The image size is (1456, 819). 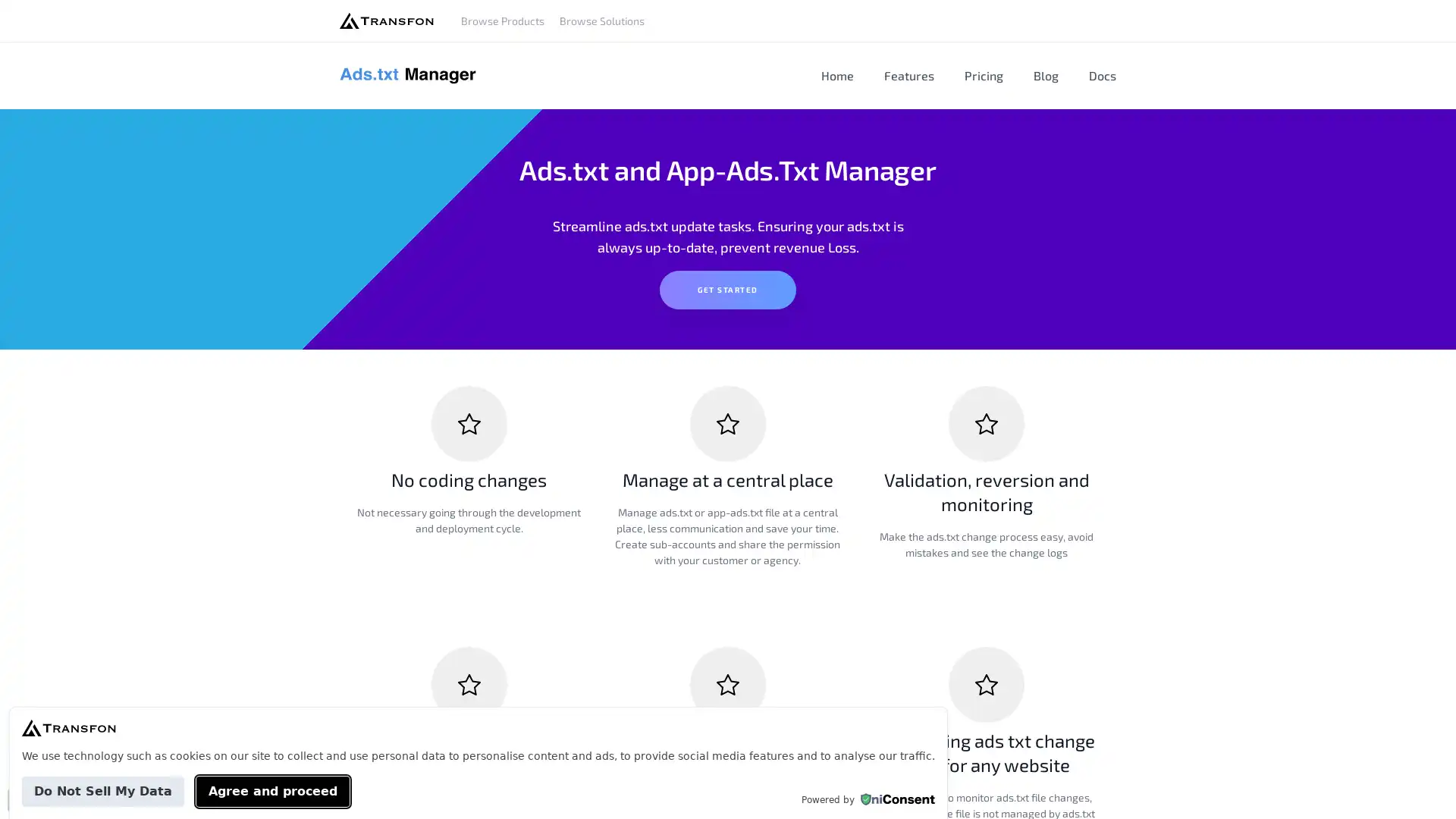 I want to click on Do Not Sell My Data, so click(x=102, y=791).